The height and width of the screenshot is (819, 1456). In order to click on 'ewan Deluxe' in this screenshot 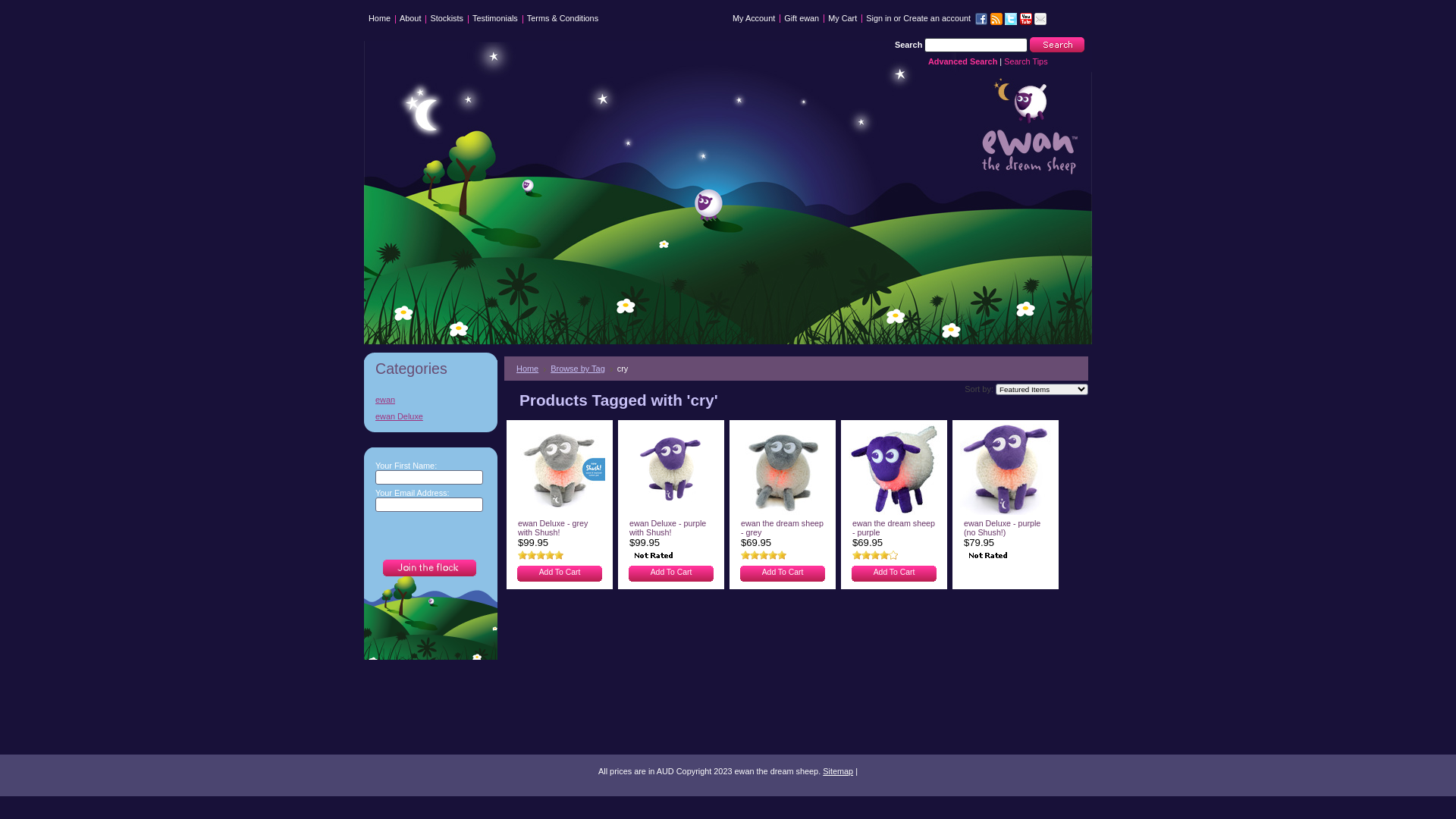, I will do `click(397, 416)`.